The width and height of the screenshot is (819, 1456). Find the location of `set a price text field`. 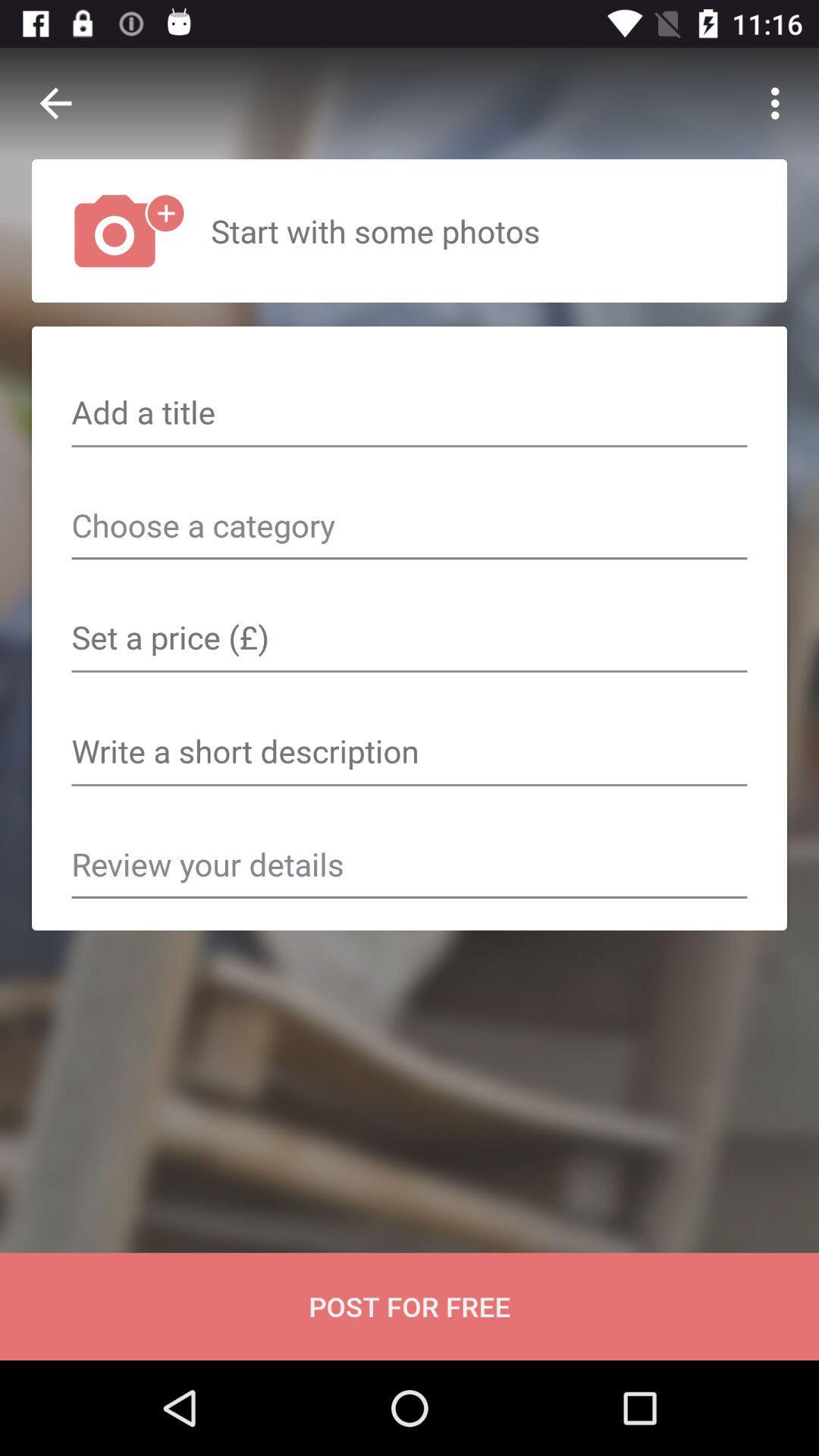

set a price text field is located at coordinates (409, 639).